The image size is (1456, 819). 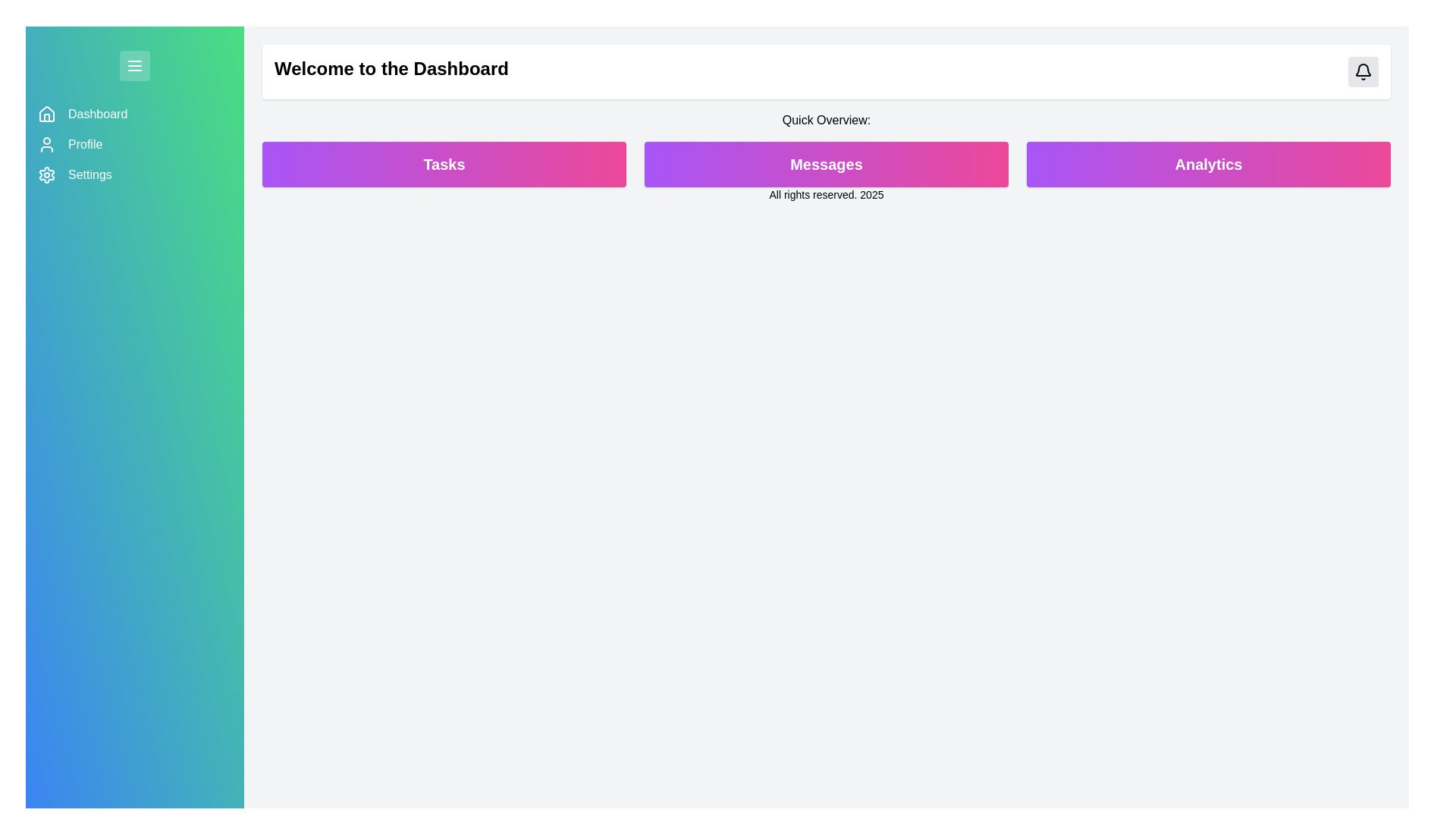 I want to click on the profile icon located in the second slot of the sidebar on the left side of the interface, which is positioned to the left of the text 'Profile' and above the 'Settings' section, so click(x=47, y=145).